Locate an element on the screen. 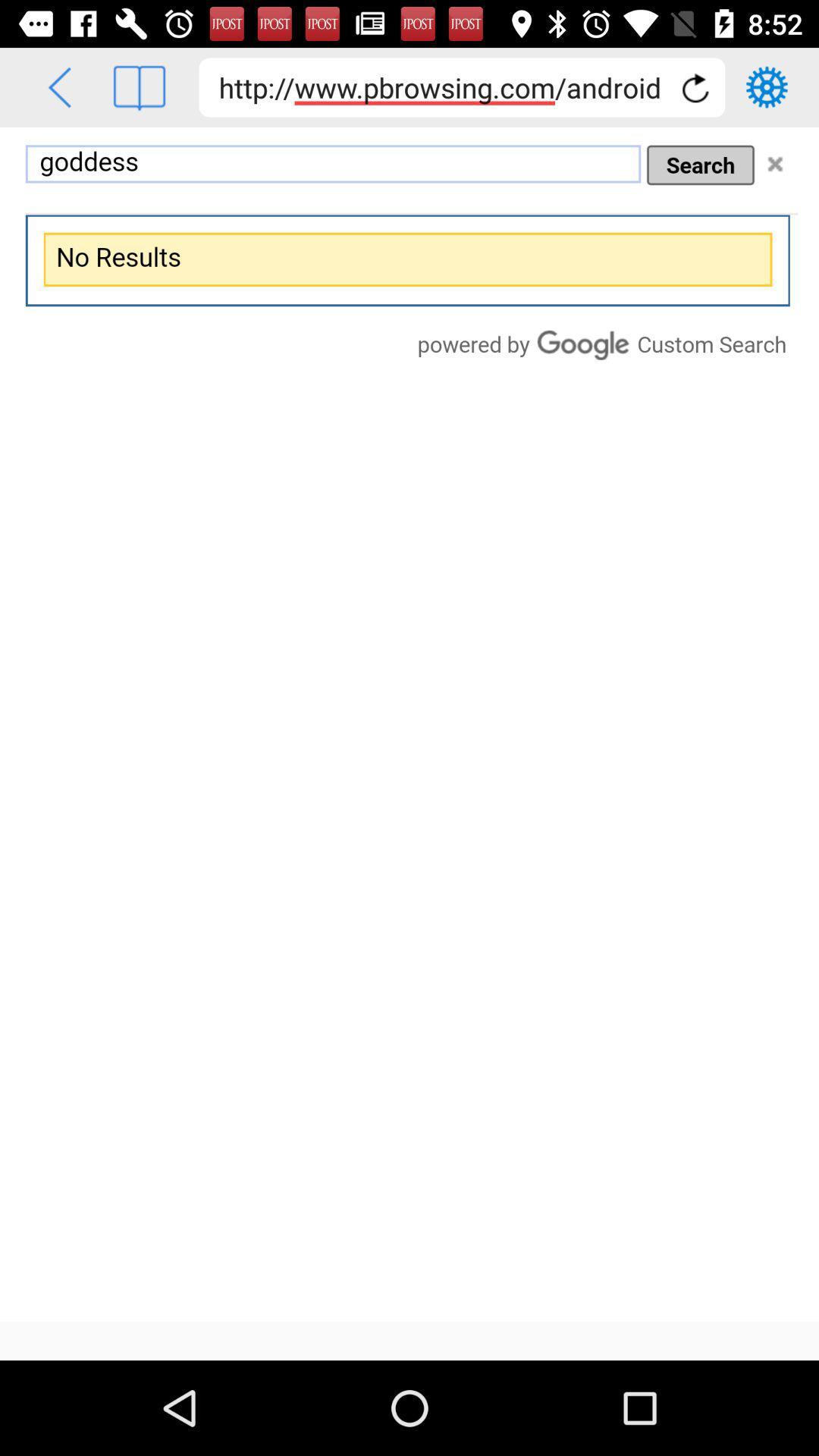 The width and height of the screenshot is (819, 1456). view layout is located at coordinates (139, 86).